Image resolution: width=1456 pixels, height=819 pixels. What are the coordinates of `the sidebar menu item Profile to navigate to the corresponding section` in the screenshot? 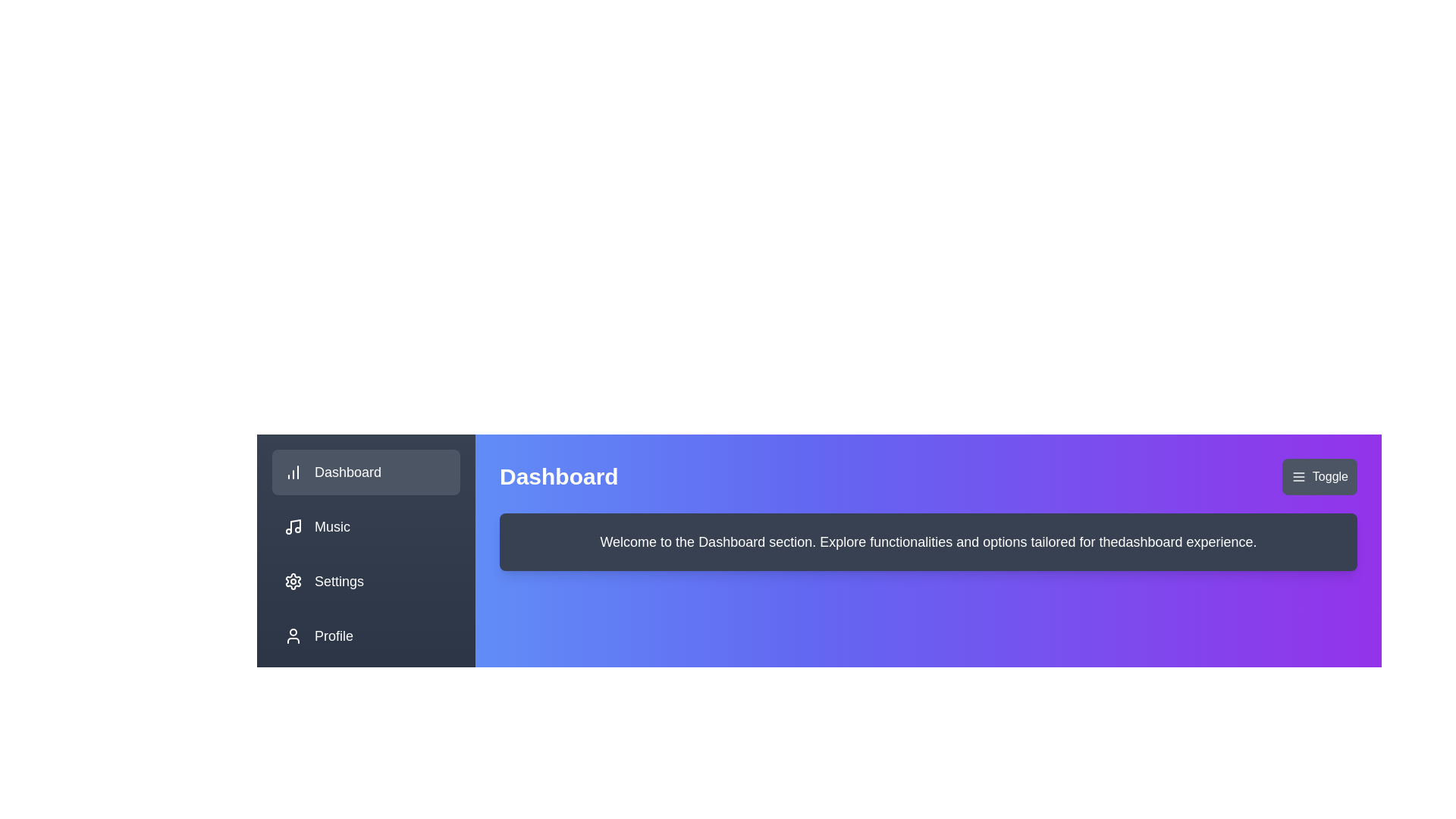 It's located at (366, 636).